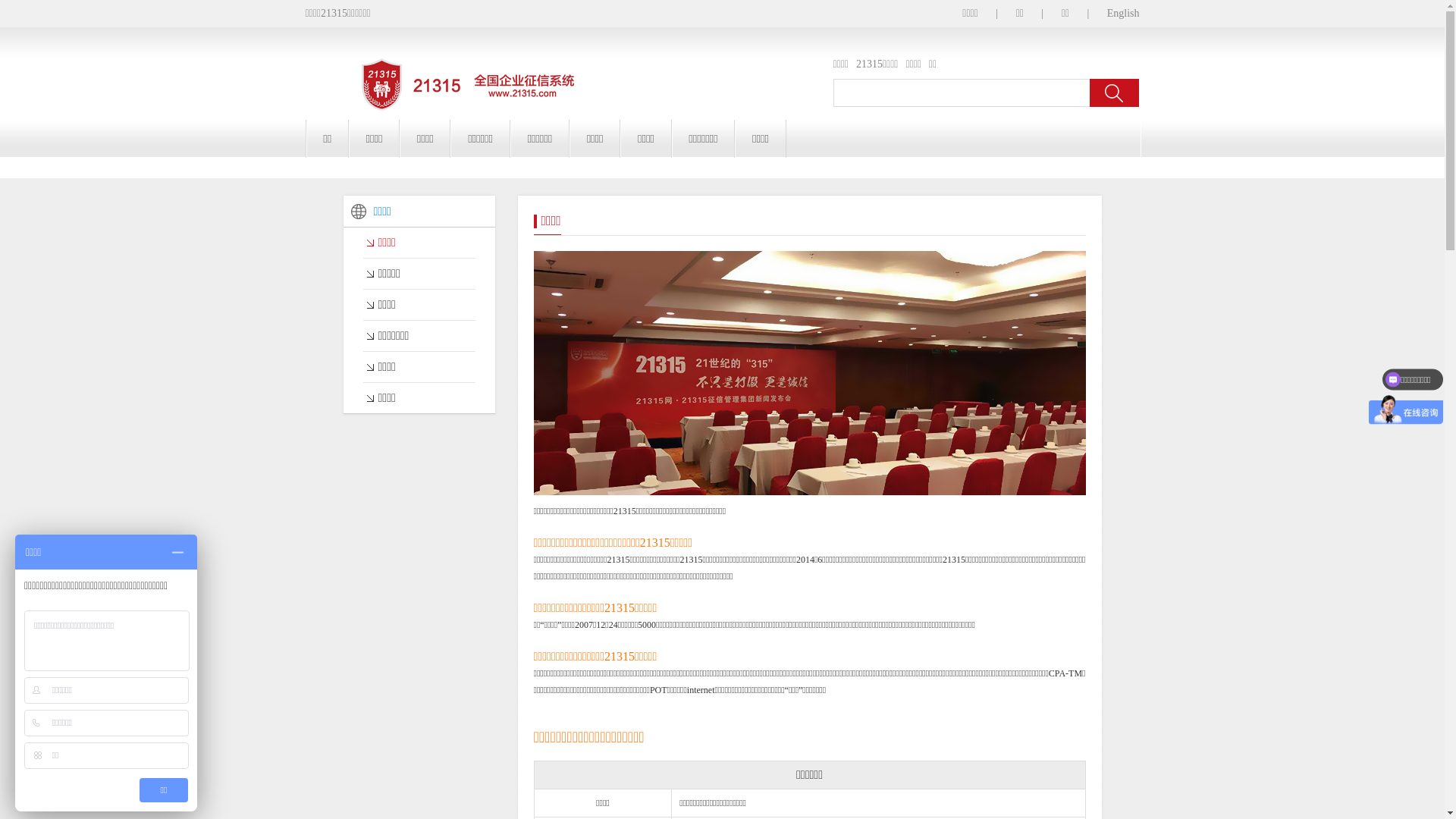 The image size is (1456, 819). Describe the element at coordinates (1123, 13) in the screenshot. I see `'English'` at that location.